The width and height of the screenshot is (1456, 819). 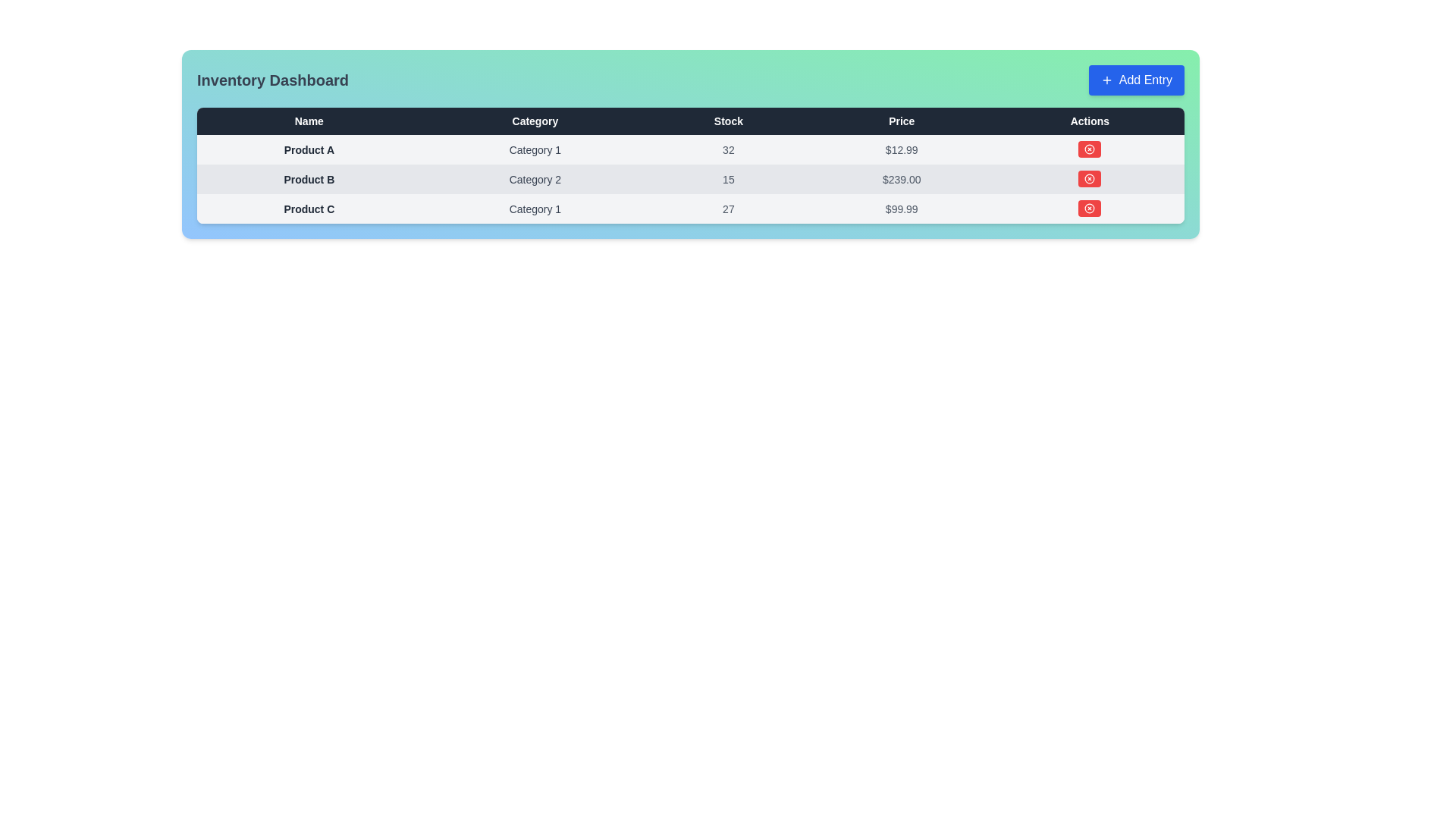 I want to click on the interactive button in the 'Actions' column of the third row in the table, so click(x=1089, y=149).